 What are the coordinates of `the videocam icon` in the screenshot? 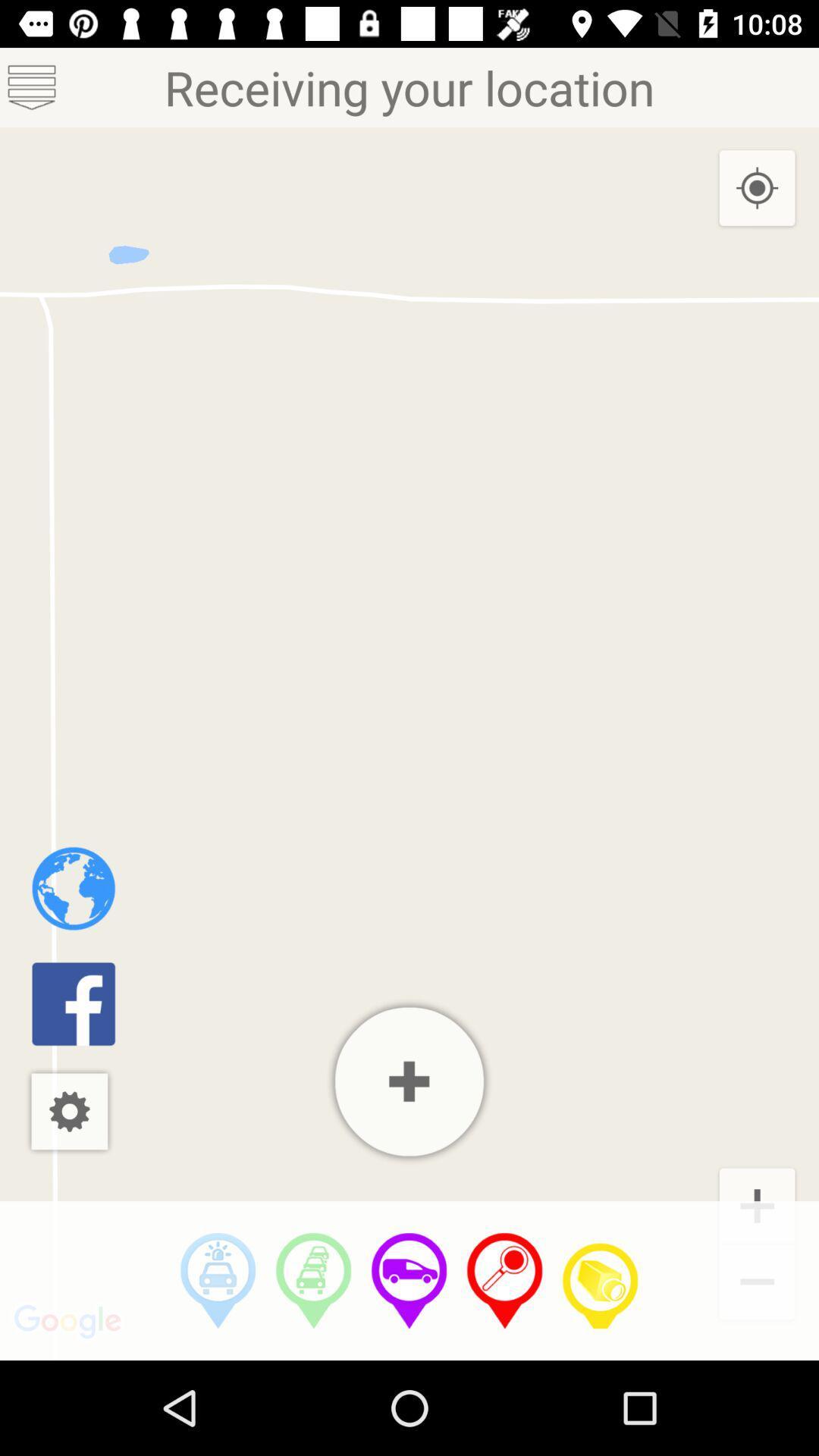 It's located at (218, 1280).